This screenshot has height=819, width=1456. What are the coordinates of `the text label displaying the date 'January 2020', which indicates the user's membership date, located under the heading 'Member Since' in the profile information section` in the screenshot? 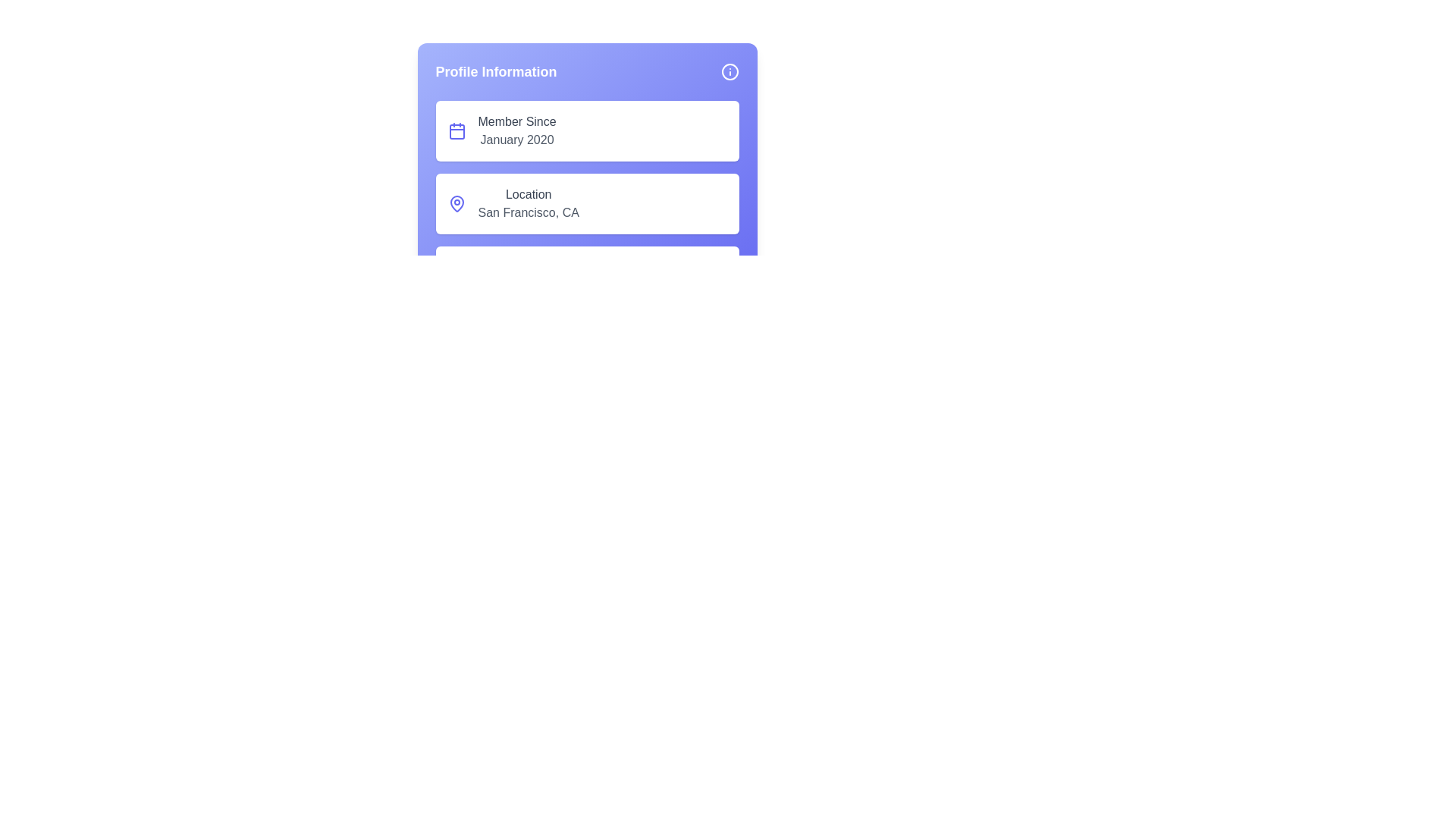 It's located at (517, 140).